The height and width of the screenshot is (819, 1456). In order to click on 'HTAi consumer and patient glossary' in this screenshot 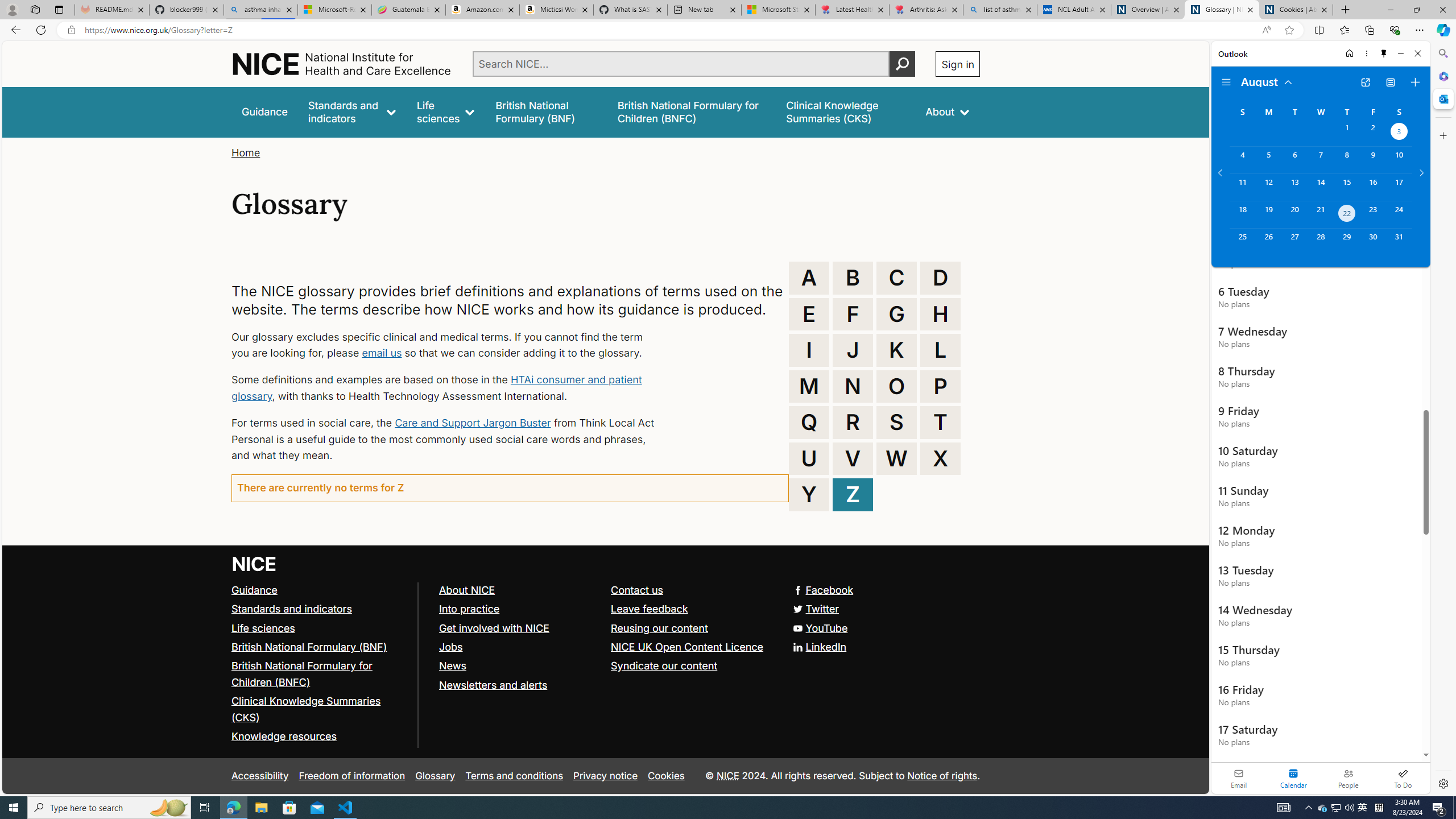, I will do `click(436, 387)`.